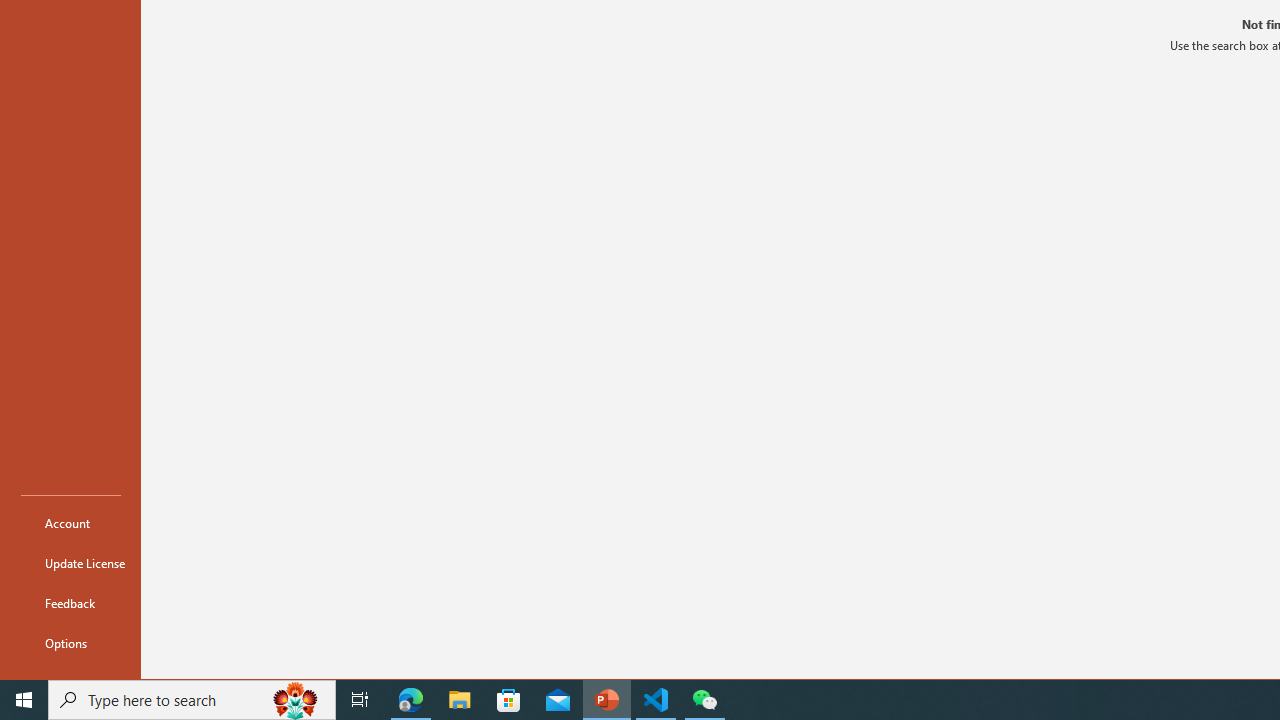  Describe the element at coordinates (71, 642) in the screenshot. I see `'Options'` at that location.